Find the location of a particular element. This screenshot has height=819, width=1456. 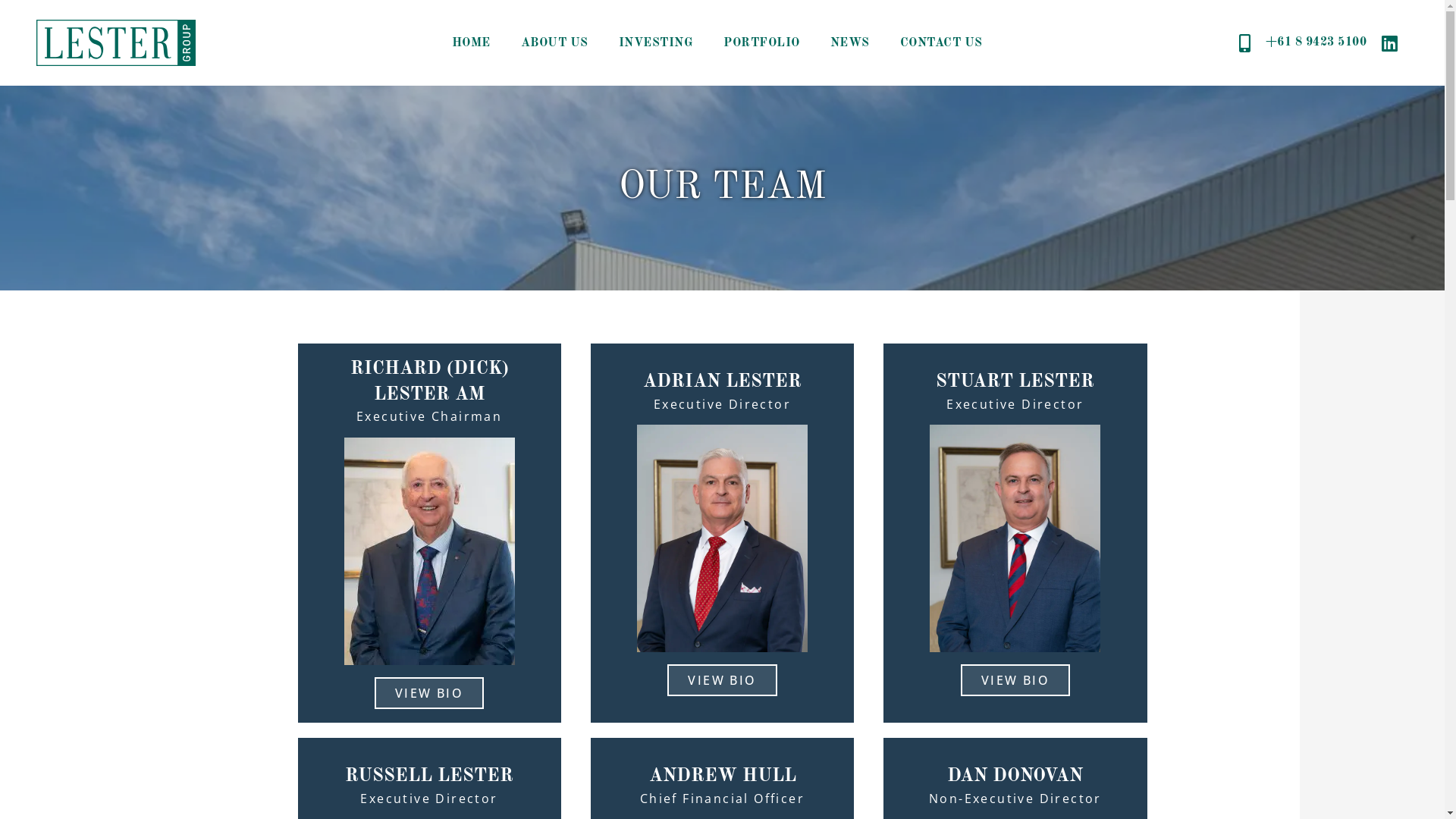

'HOME' is located at coordinates (470, 42).